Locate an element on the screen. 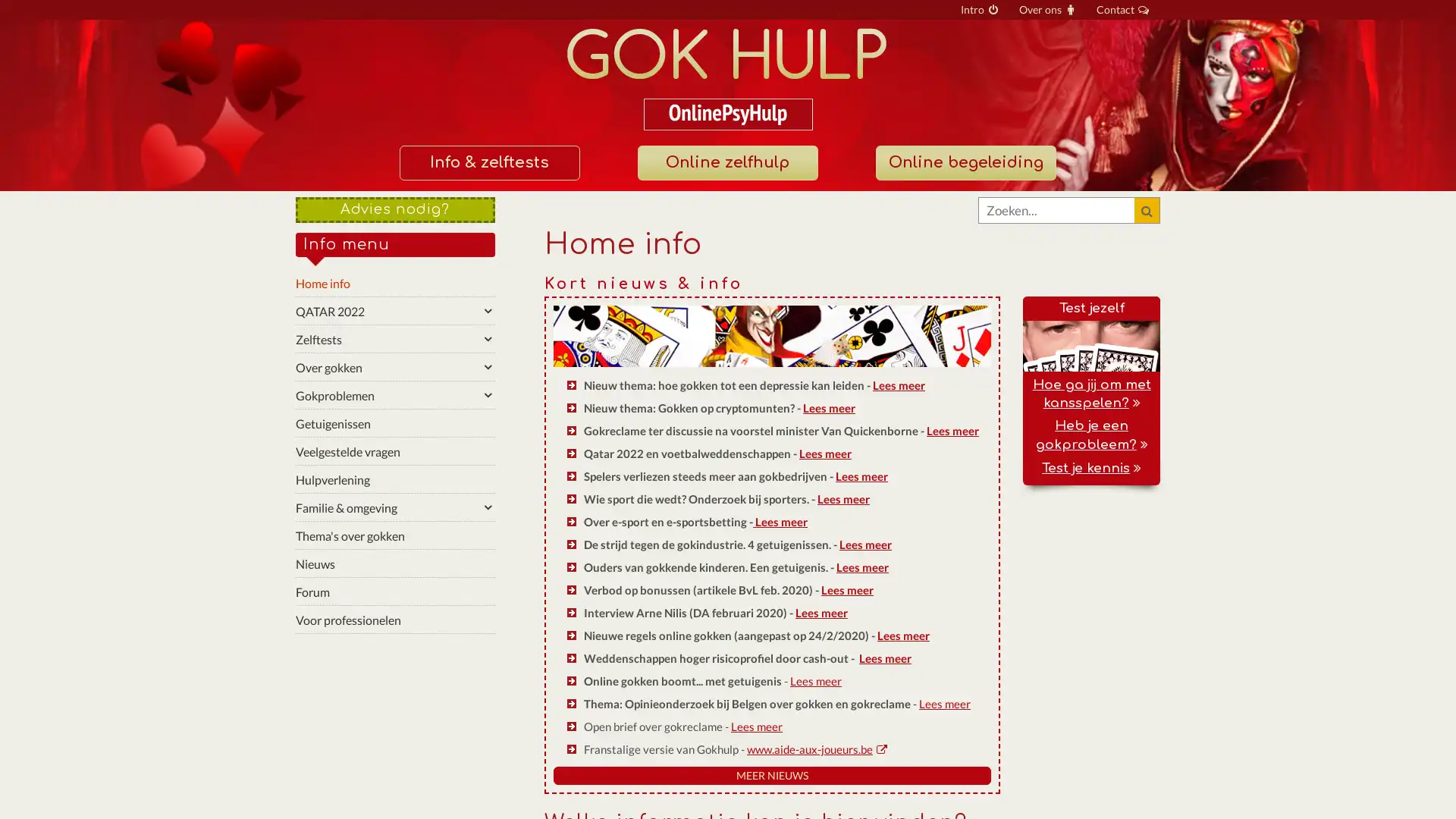 This screenshot has width=1456, height=819. Online zelfhulp is located at coordinates (726, 163).